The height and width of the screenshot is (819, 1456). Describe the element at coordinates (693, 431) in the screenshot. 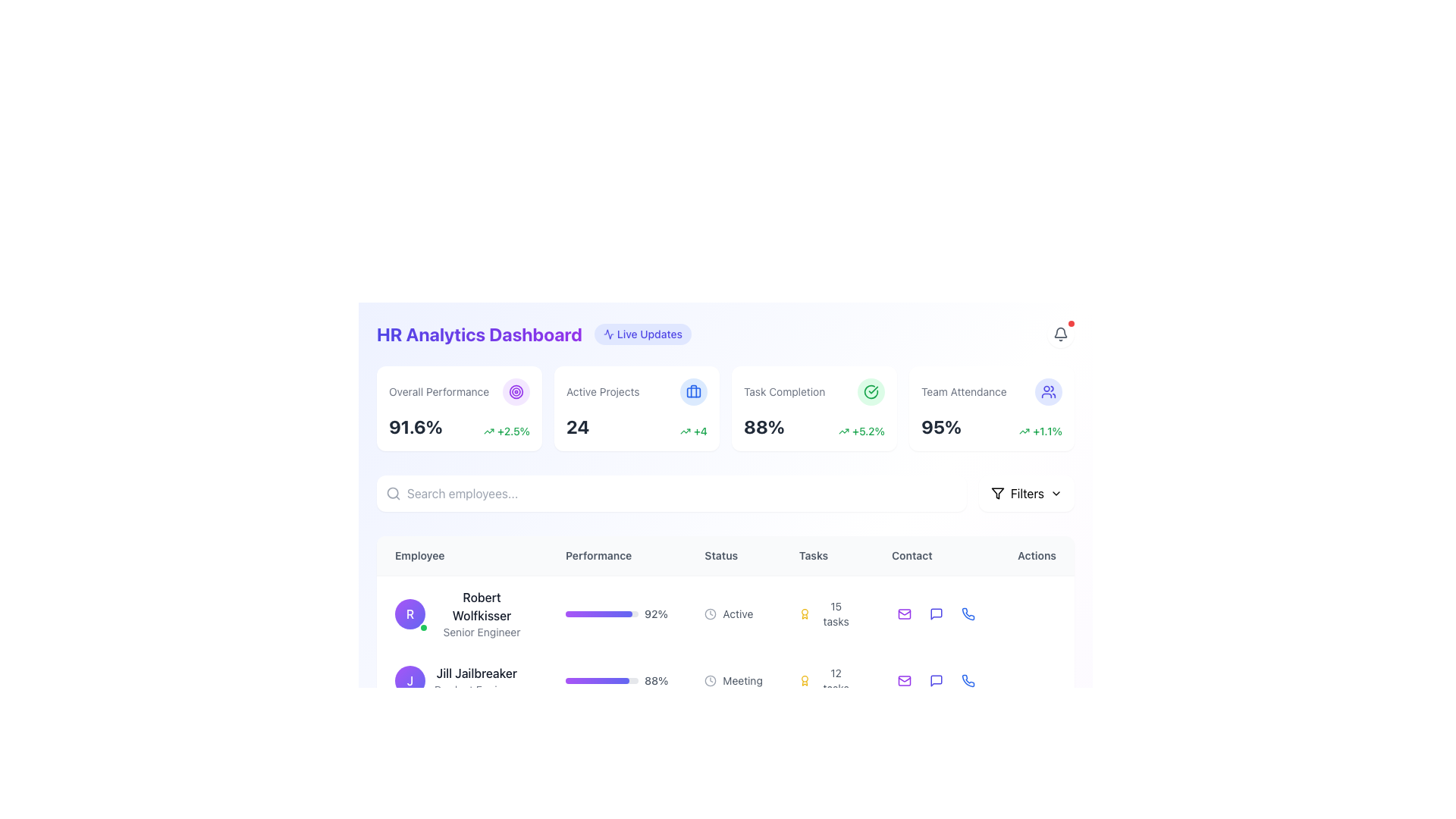

I see `the displayed information of the numeric indication showing a positive change in the 'Active Projects' card, which is positioned to the right of the number '24' and aligned with the upward green arrow icon` at that location.